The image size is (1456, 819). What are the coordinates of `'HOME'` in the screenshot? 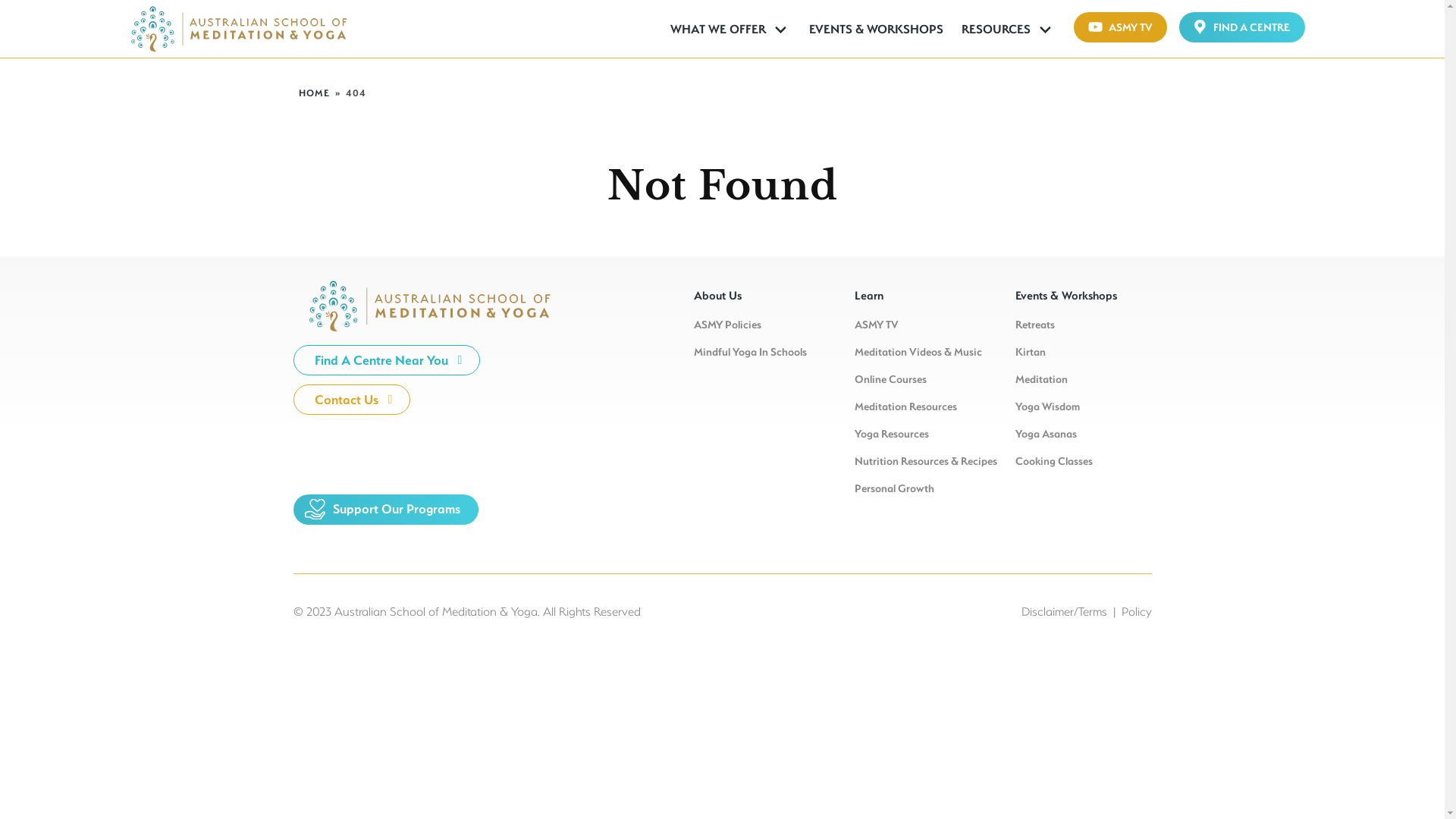 It's located at (312, 93).